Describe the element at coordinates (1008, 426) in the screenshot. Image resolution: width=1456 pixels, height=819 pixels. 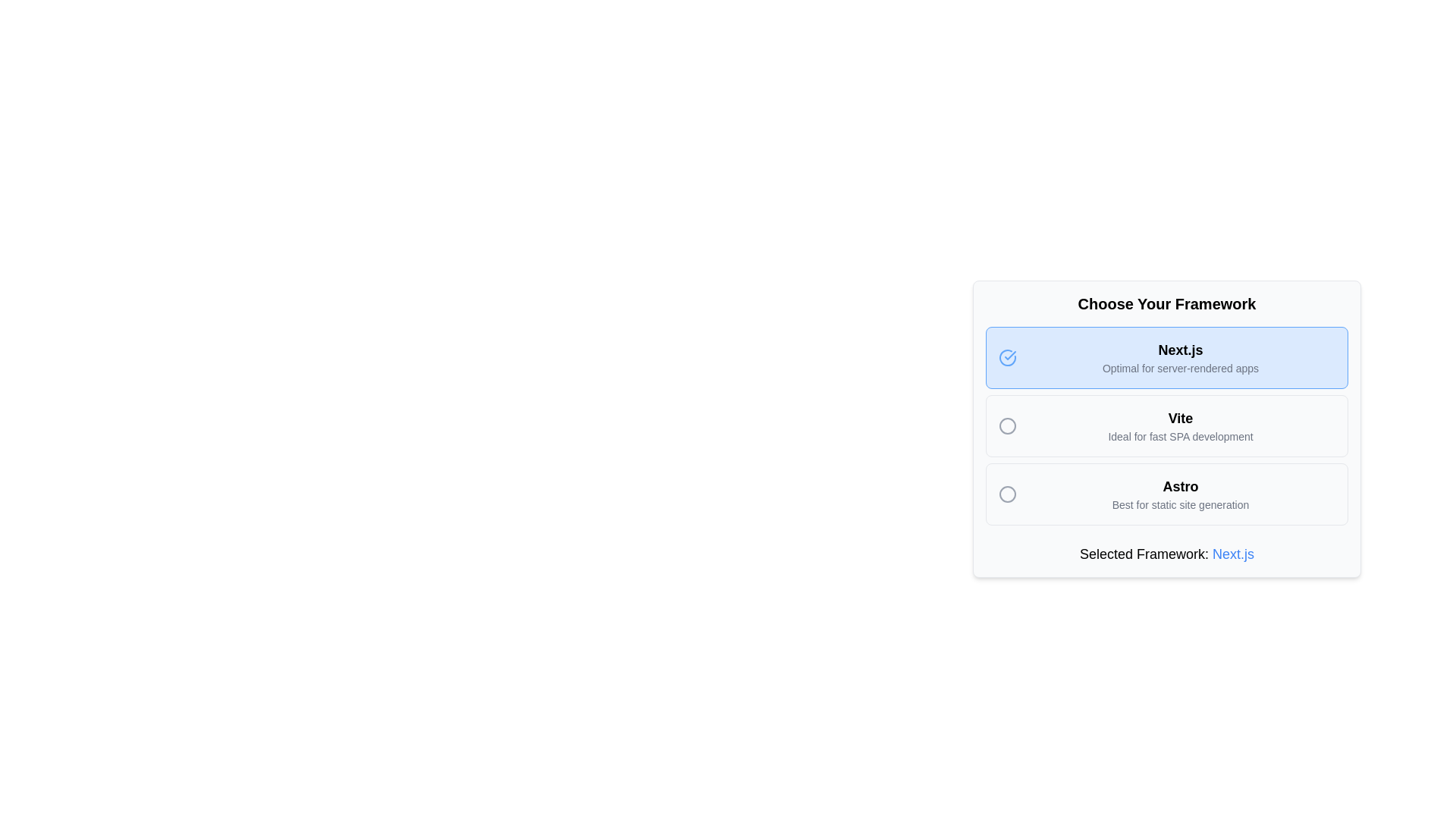
I see `the radio button indicator (circle) for the 'Vite' framework option` at that location.